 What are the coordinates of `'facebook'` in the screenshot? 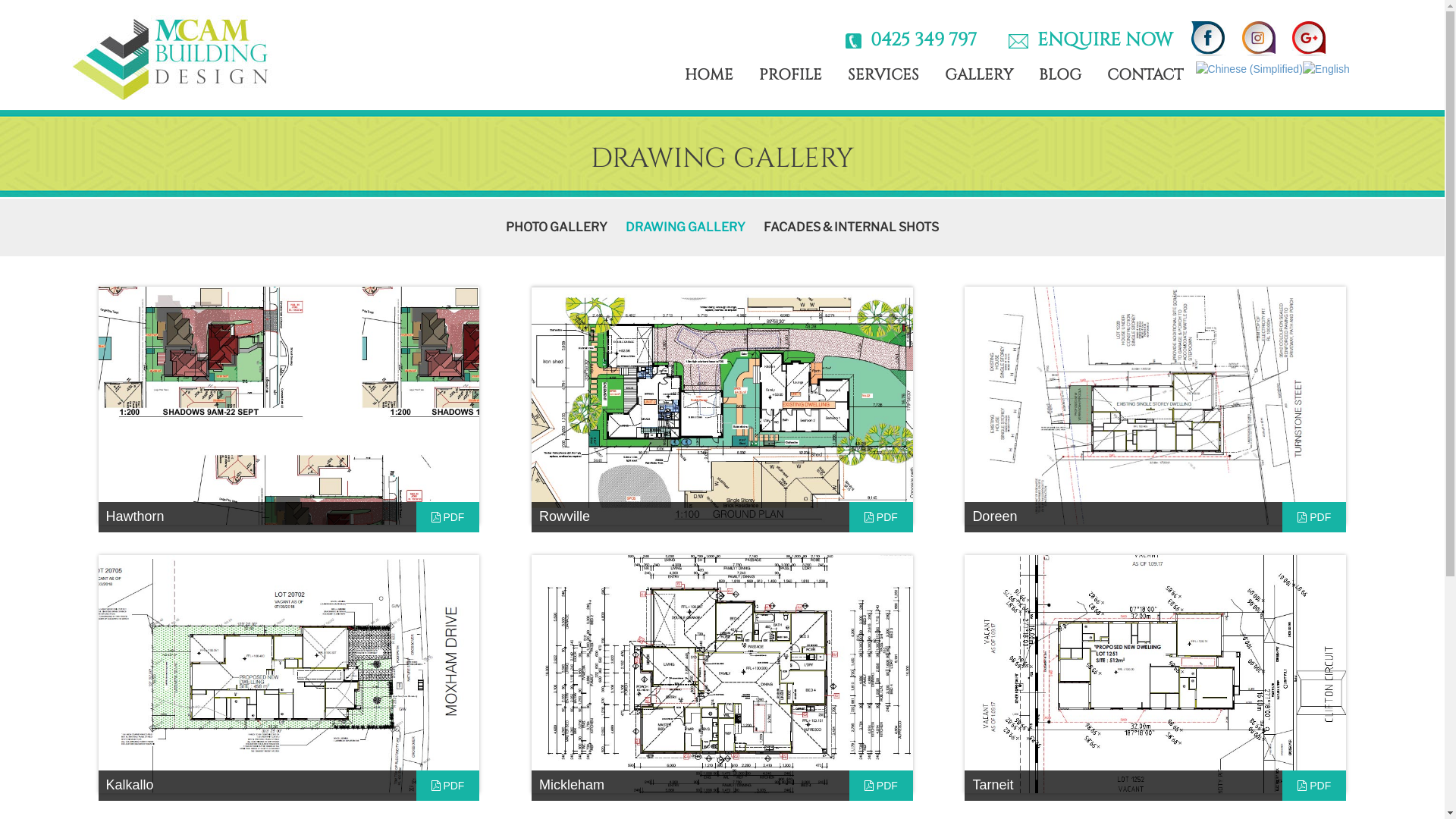 It's located at (1181, 37).